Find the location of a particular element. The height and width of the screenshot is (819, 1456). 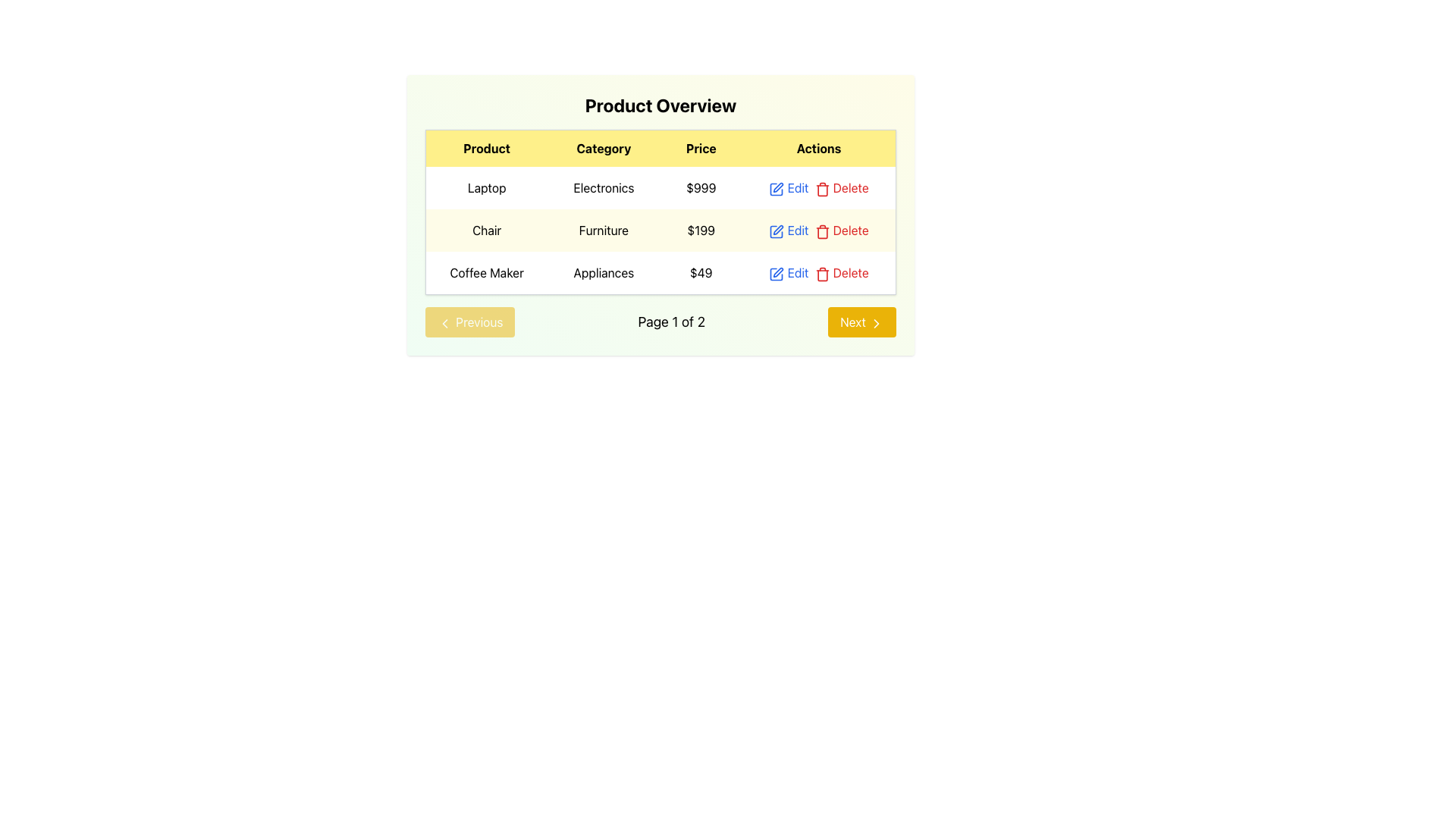

the 'Delete' button in the 'Product Overview' table for the product 'Chair' to trigger the hover effect is located at coordinates (818, 231).